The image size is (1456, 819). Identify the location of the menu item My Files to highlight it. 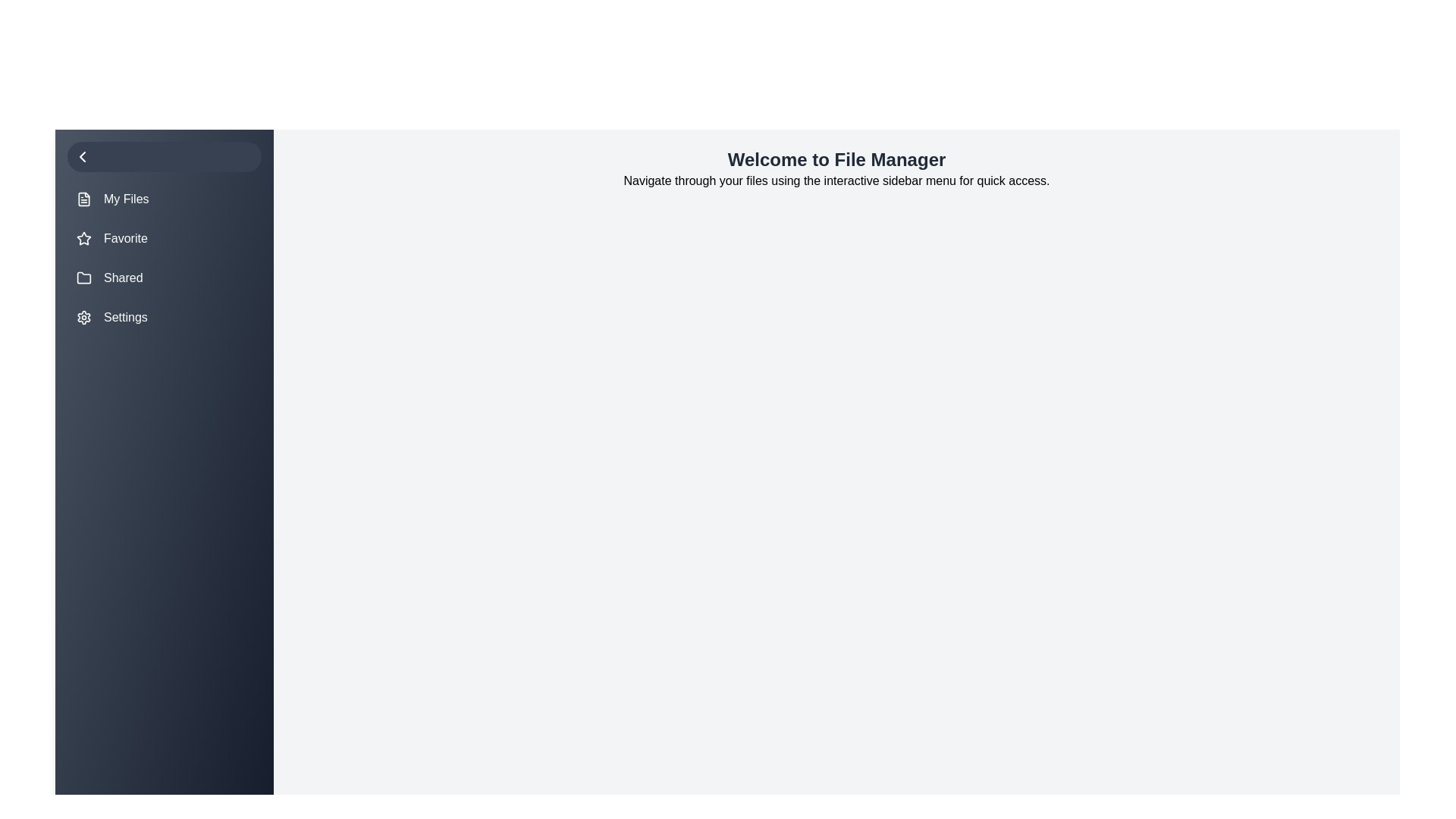
(164, 198).